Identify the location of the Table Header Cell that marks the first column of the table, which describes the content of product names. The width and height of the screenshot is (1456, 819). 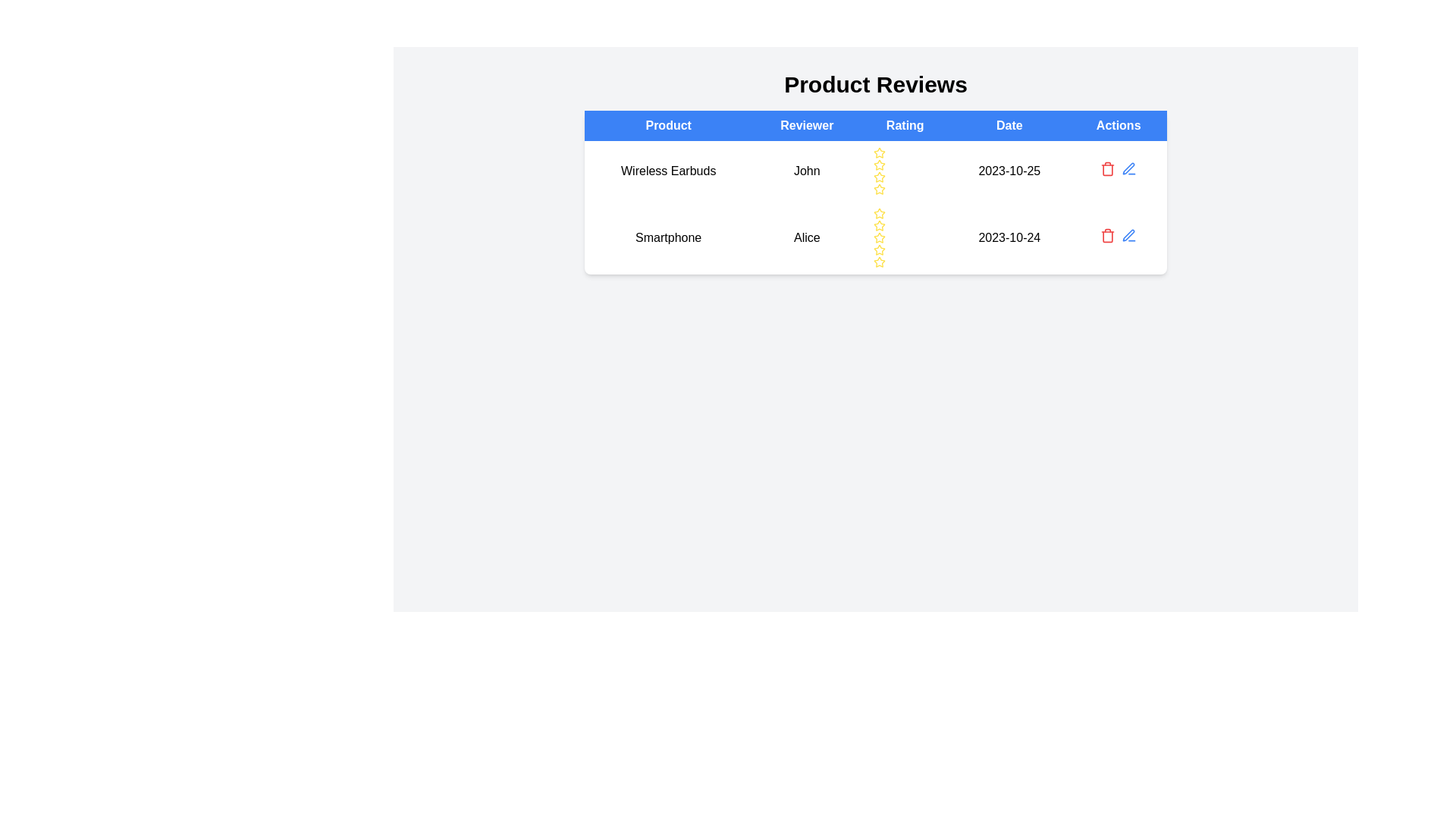
(667, 124).